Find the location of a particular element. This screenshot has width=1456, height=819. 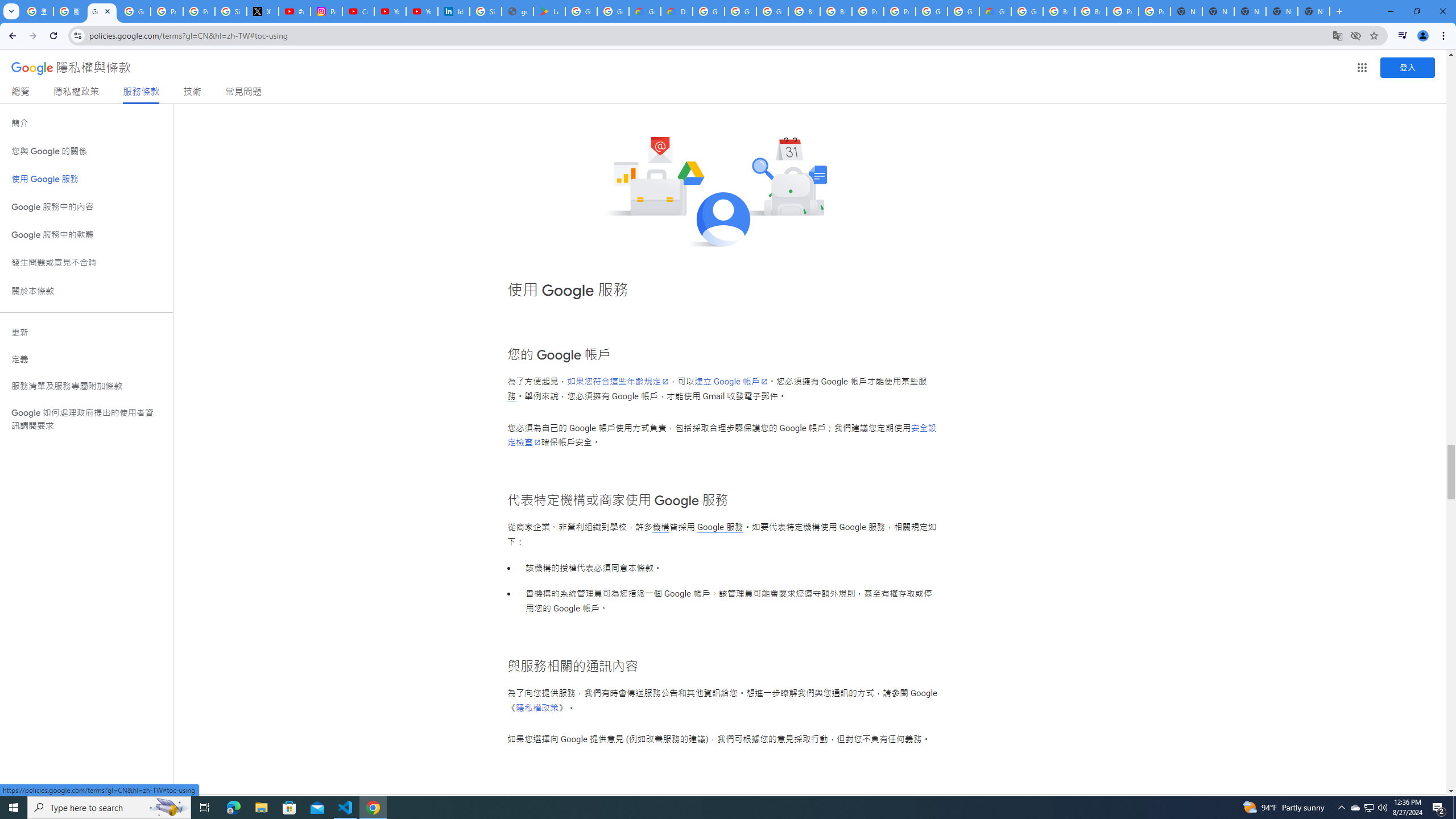

'#nbabasketballhighlights - YouTube' is located at coordinates (294, 11).